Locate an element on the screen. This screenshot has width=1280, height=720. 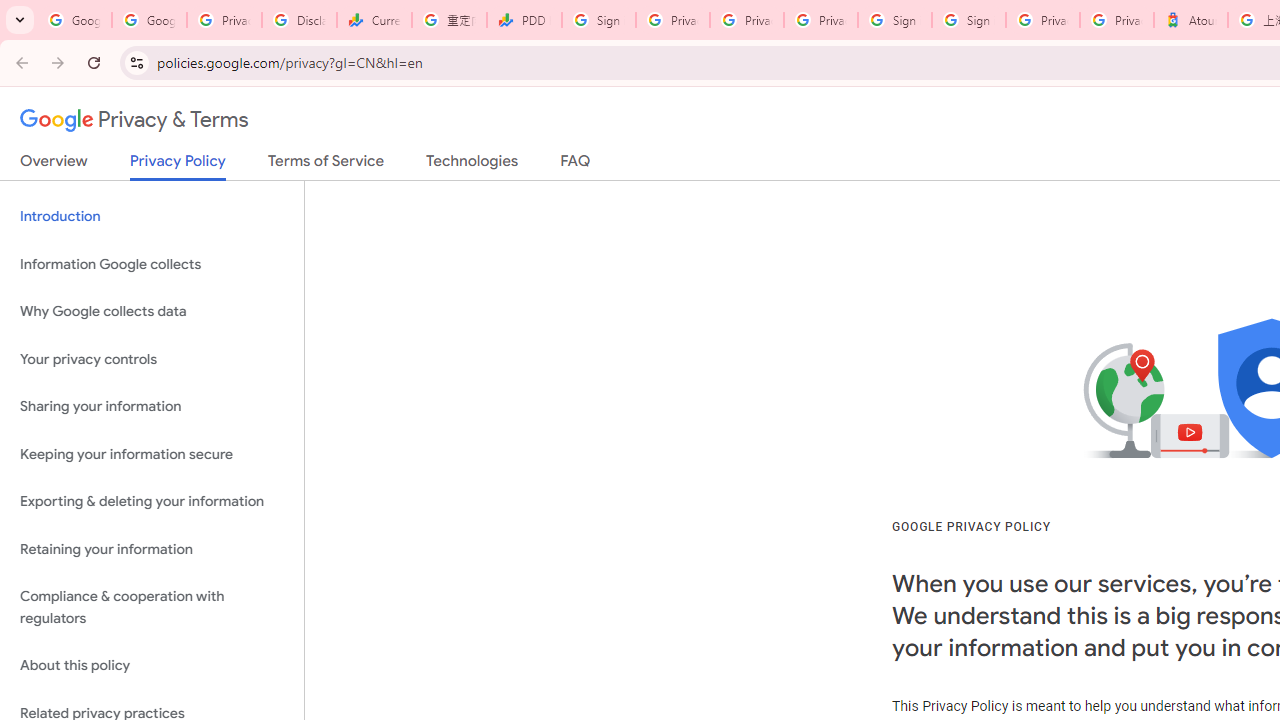
'Google Workspace Admin Community' is located at coordinates (74, 20).